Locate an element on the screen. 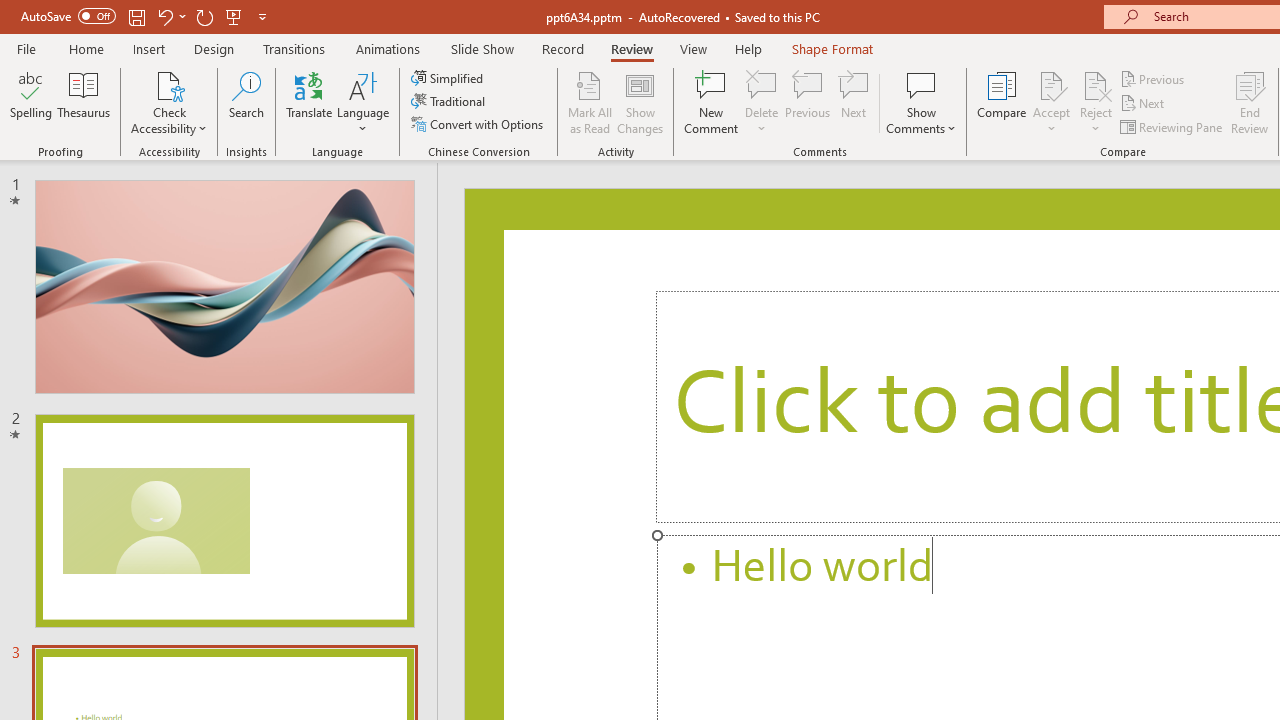 This screenshot has height=720, width=1280. 'Slide Show' is located at coordinates (481, 48).